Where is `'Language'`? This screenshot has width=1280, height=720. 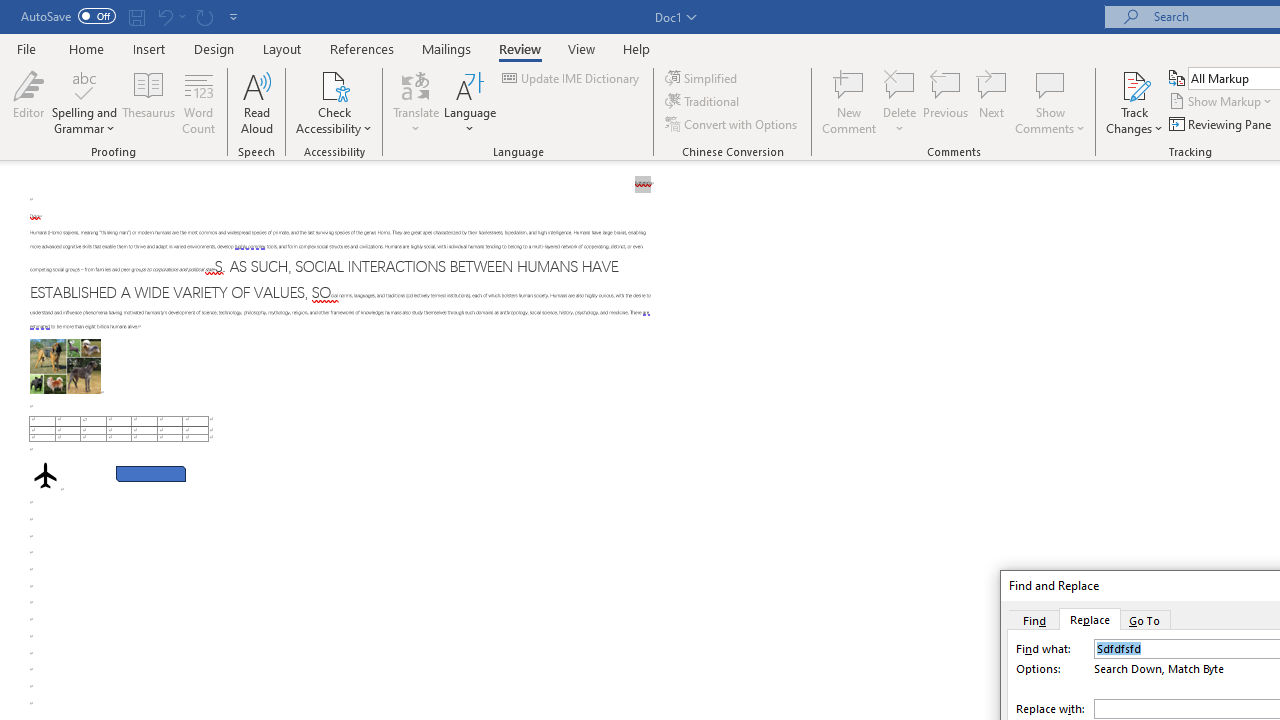
'Language' is located at coordinates (469, 103).